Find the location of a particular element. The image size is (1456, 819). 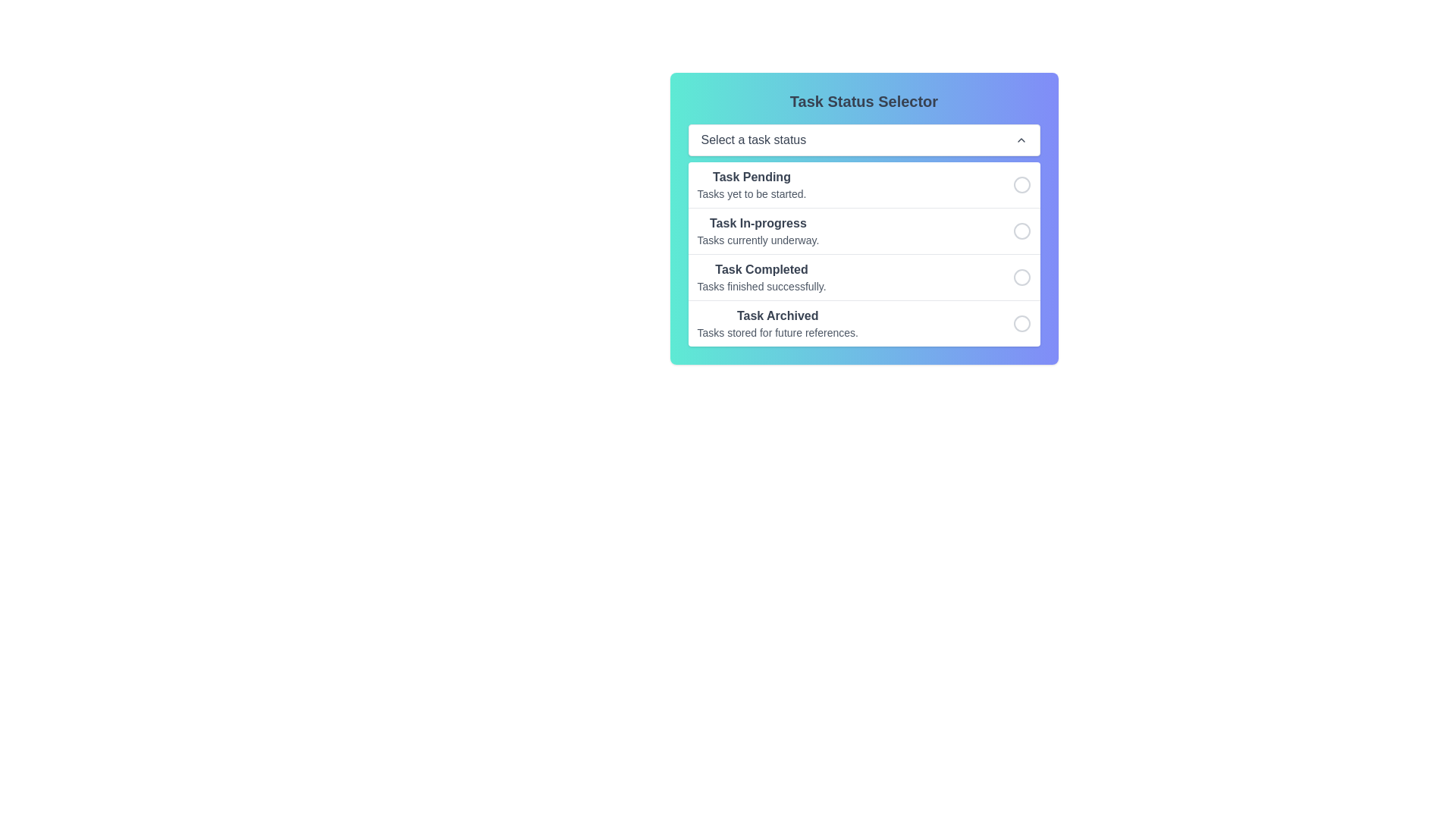

the static text label 'Select a task status' within the dropdown field to trigger a tooltip is located at coordinates (753, 140).